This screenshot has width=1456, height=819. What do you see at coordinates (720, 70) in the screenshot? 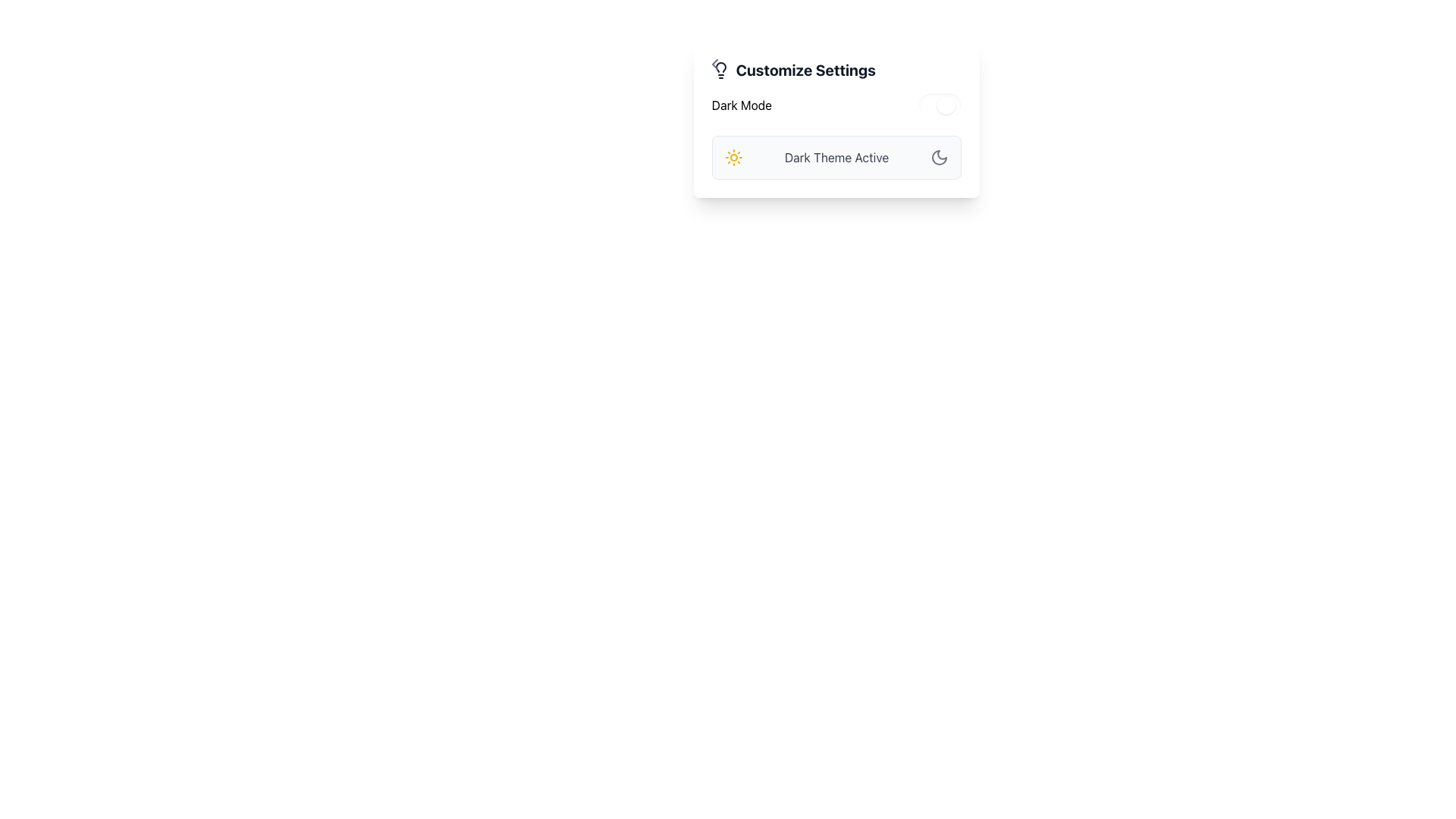
I see `the minimalist black light bulb icon located to the left of the 'Customize Settings' text in the header section` at bounding box center [720, 70].